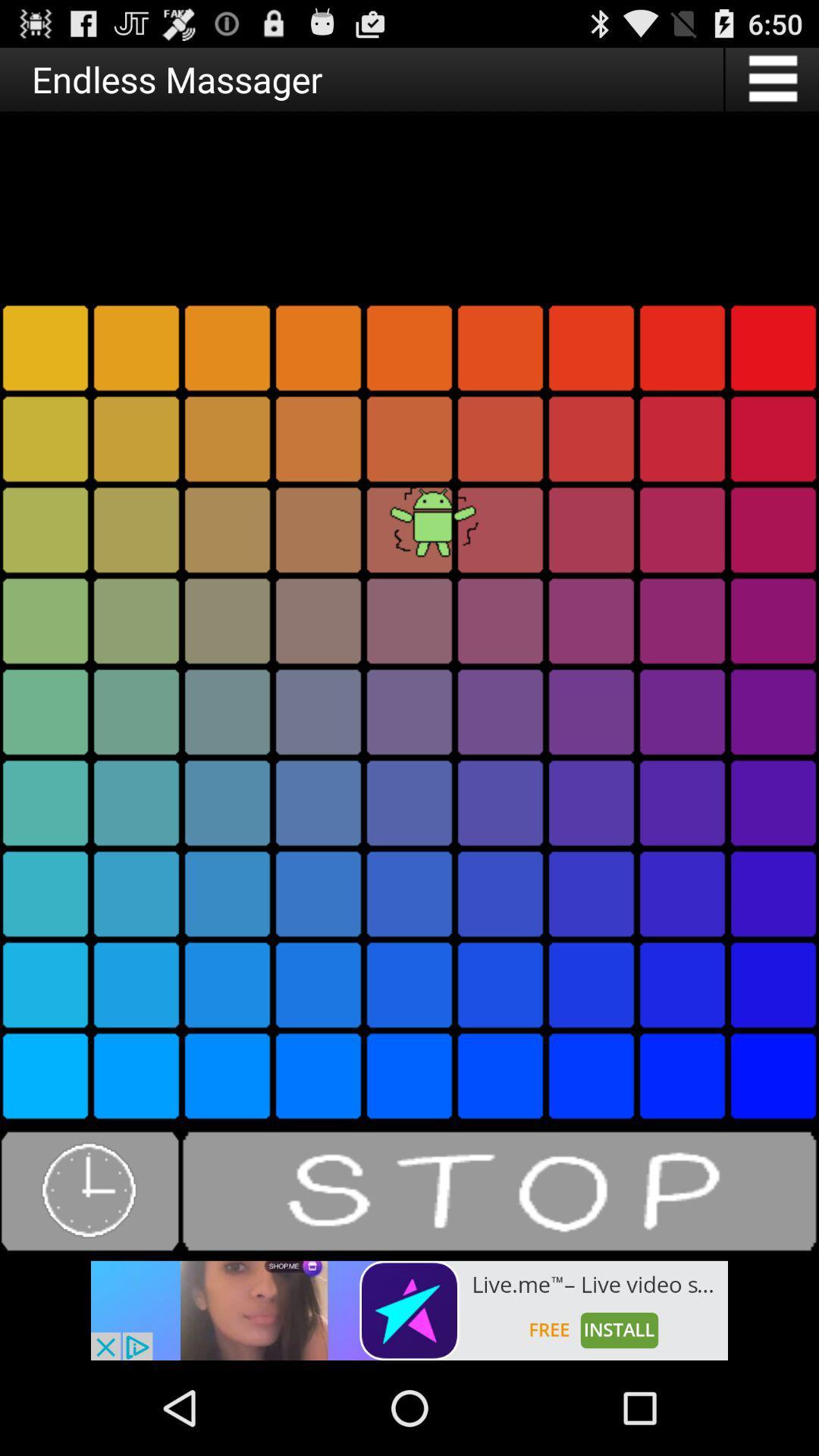  Describe the element at coordinates (771, 84) in the screenshot. I see `the menu icon` at that location.